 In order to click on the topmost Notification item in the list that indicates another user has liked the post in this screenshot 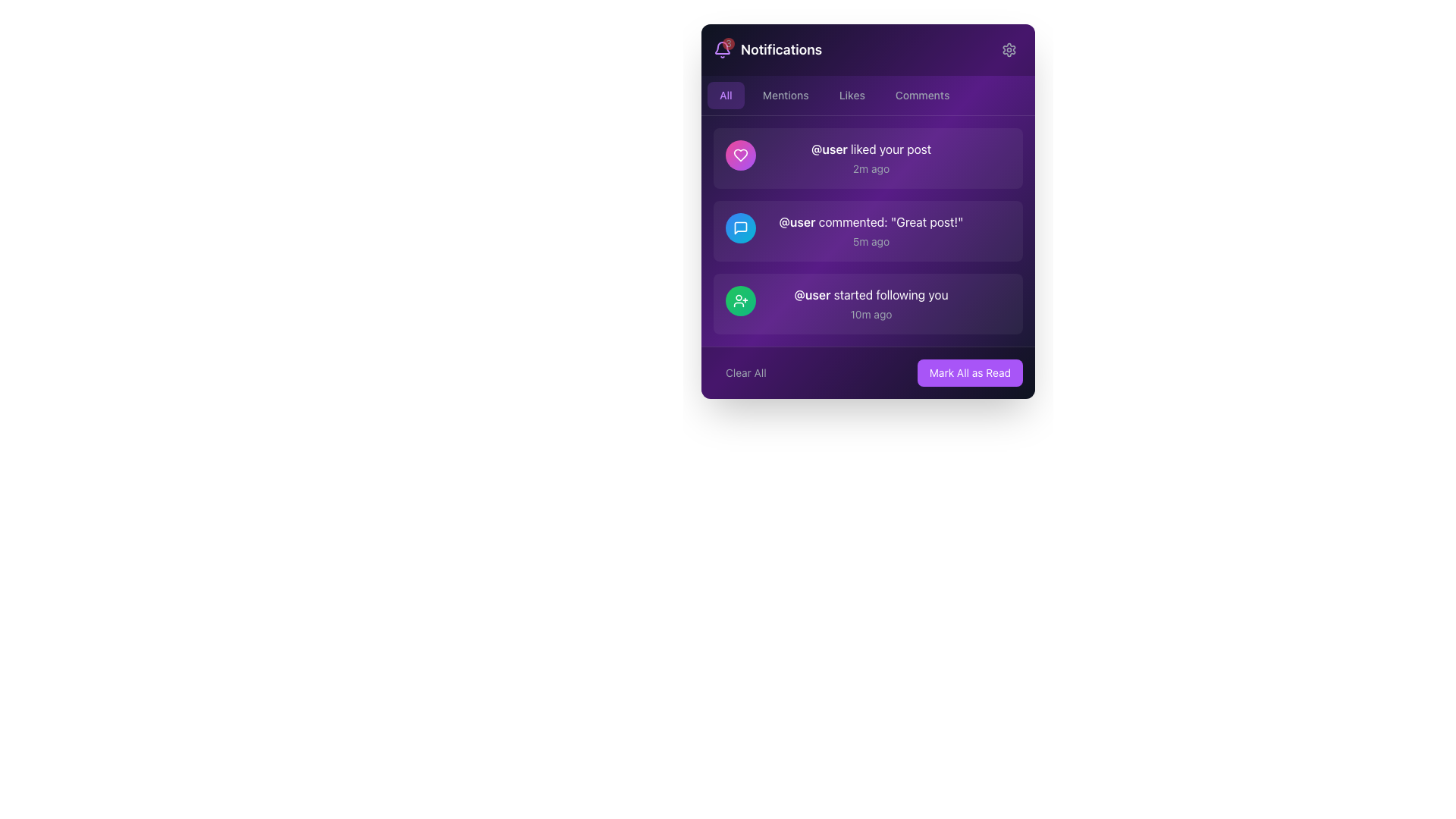, I will do `click(868, 158)`.